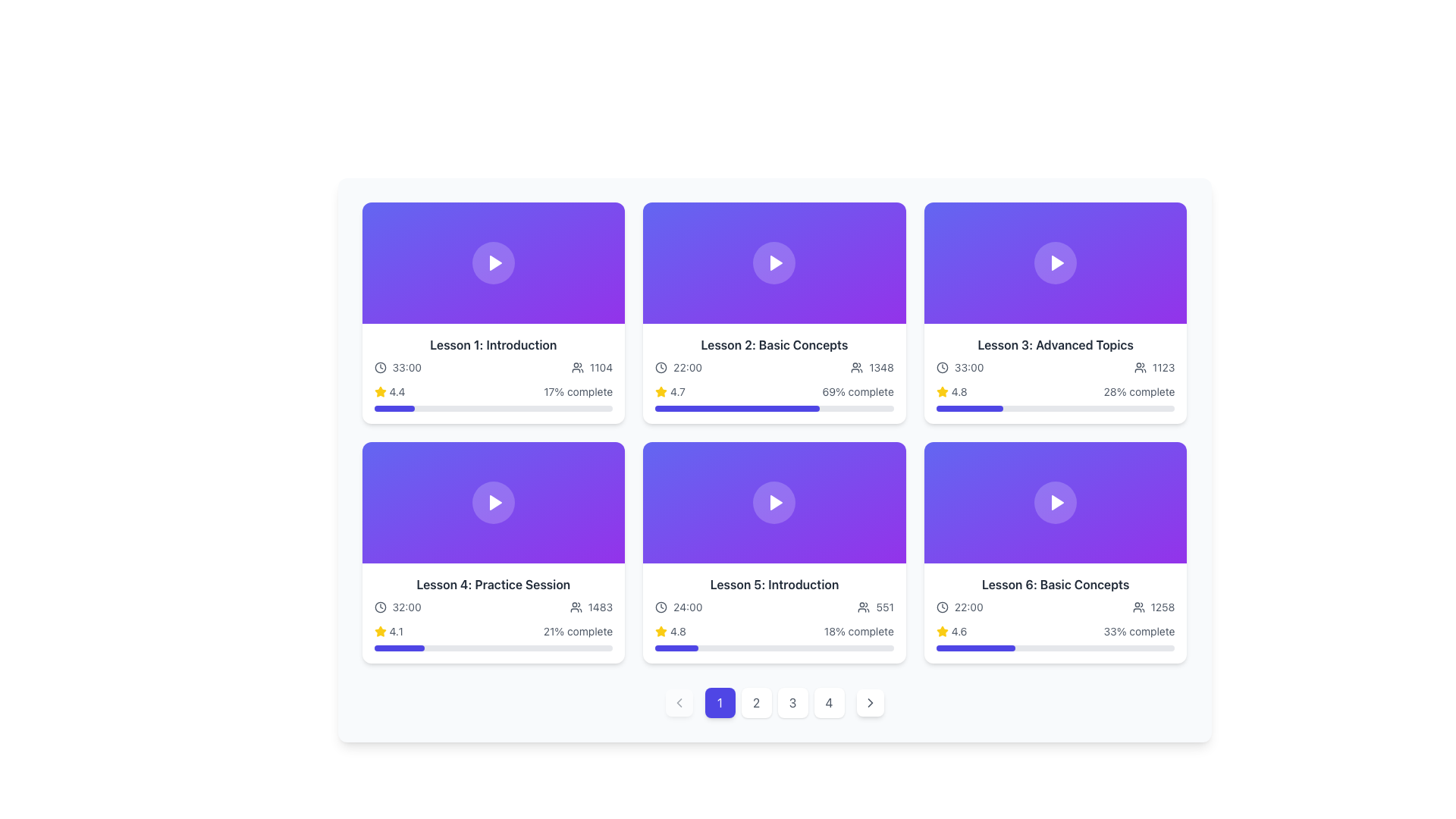 The height and width of the screenshot is (819, 1456). I want to click on the play button located in the 'Lesson 2: Basic Concepts' card, so click(774, 262).